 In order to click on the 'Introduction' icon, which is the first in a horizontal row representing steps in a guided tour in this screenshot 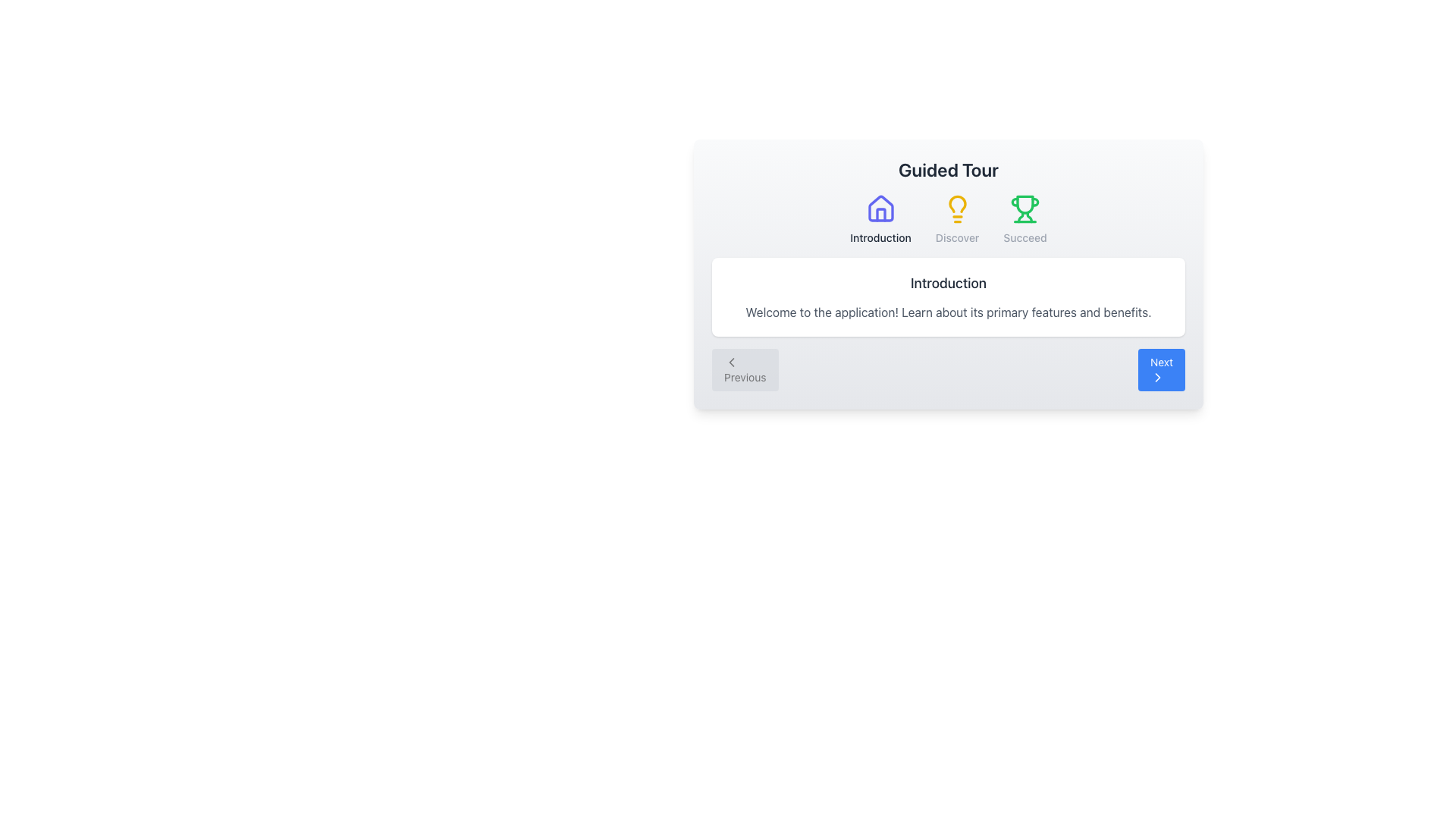, I will do `click(880, 209)`.